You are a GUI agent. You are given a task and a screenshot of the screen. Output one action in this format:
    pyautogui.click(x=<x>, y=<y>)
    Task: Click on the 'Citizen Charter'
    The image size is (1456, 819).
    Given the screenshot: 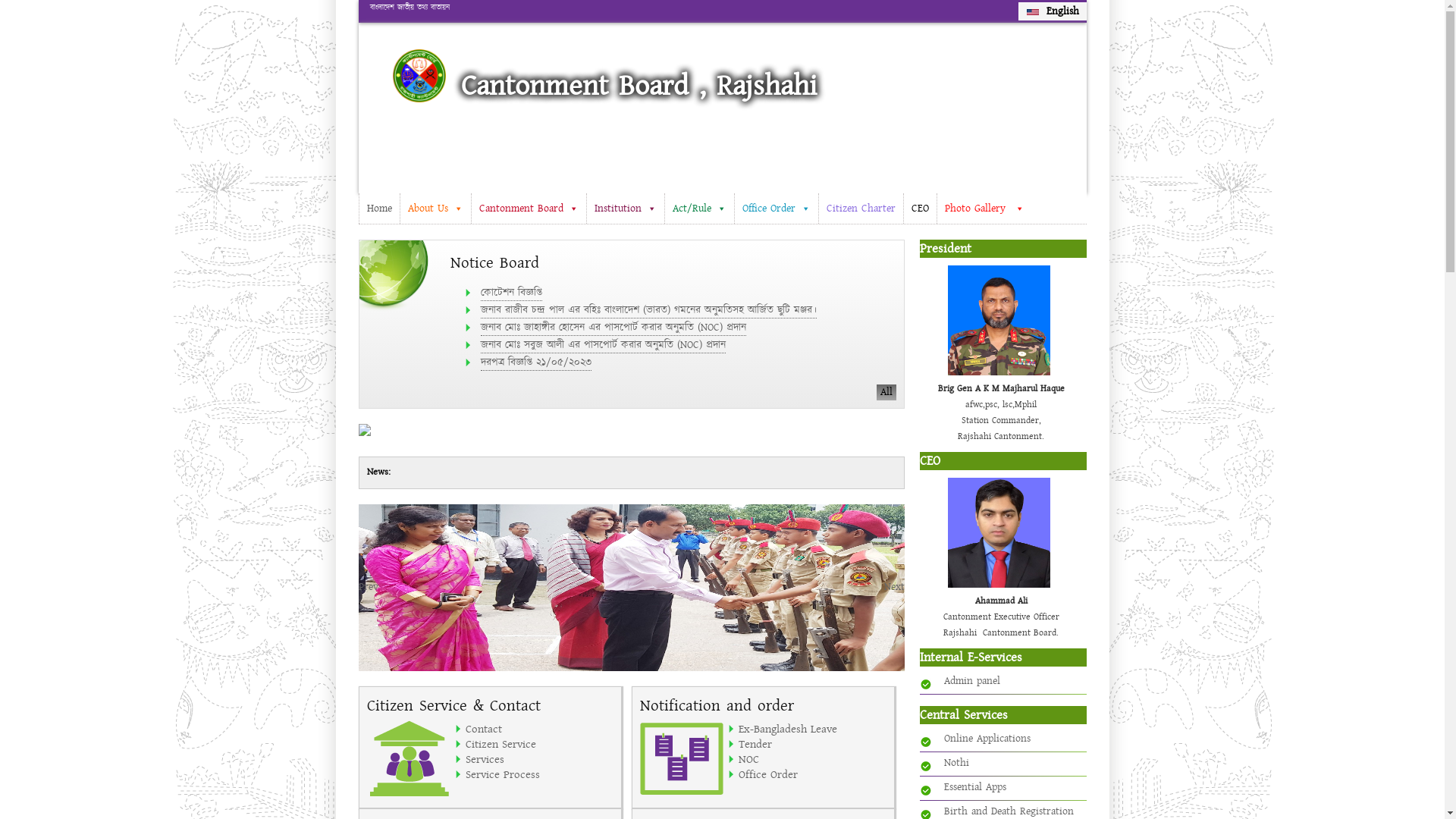 What is the action you would take?
    pyautogui.click(x=859, y=208)
    